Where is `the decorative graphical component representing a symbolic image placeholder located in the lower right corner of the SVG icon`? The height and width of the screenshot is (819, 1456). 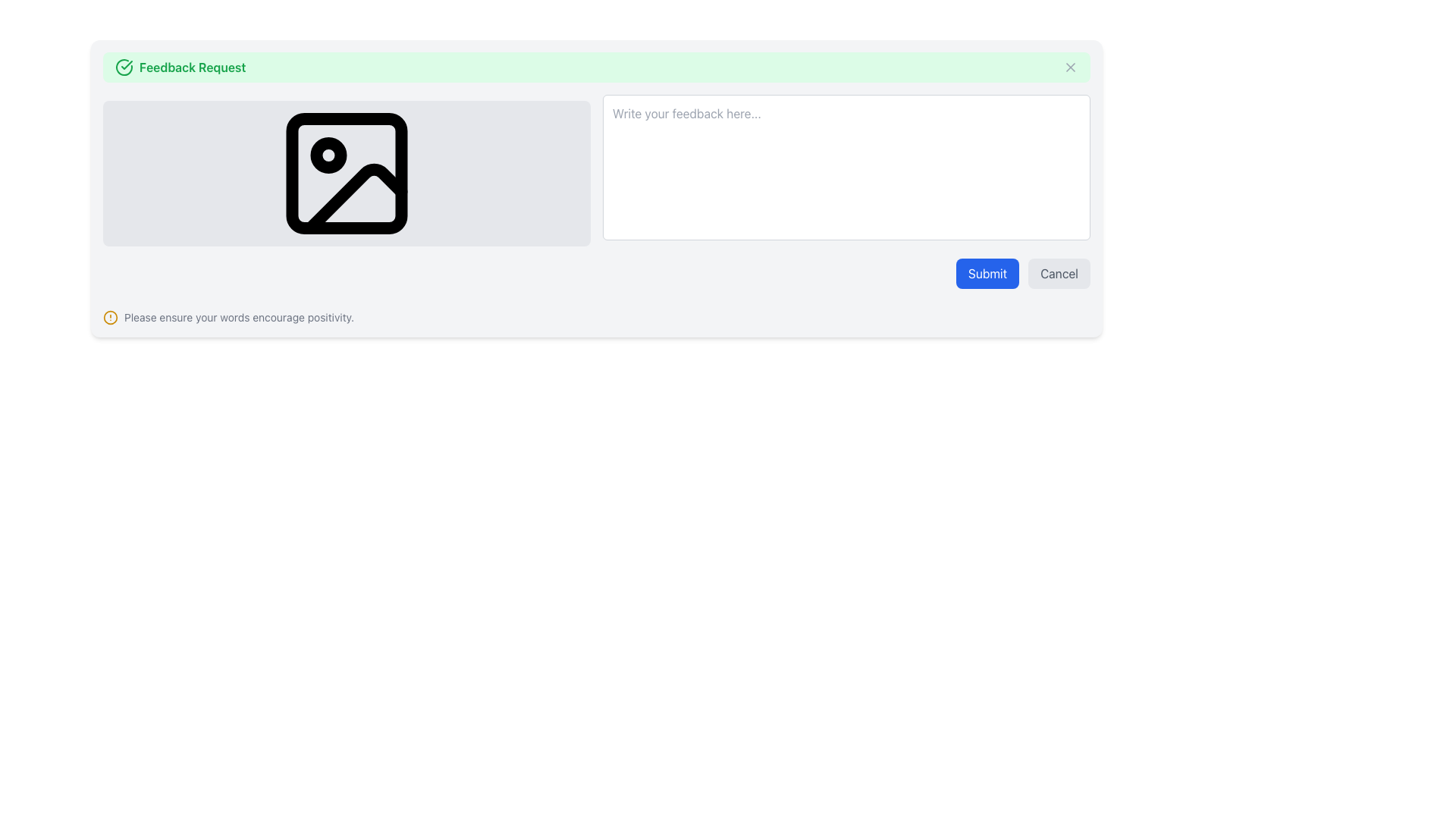 the decorative graphical component representing a symbolic image placeholder located in the lower right corner of the SVG icon is located at coordinates (355, 198).